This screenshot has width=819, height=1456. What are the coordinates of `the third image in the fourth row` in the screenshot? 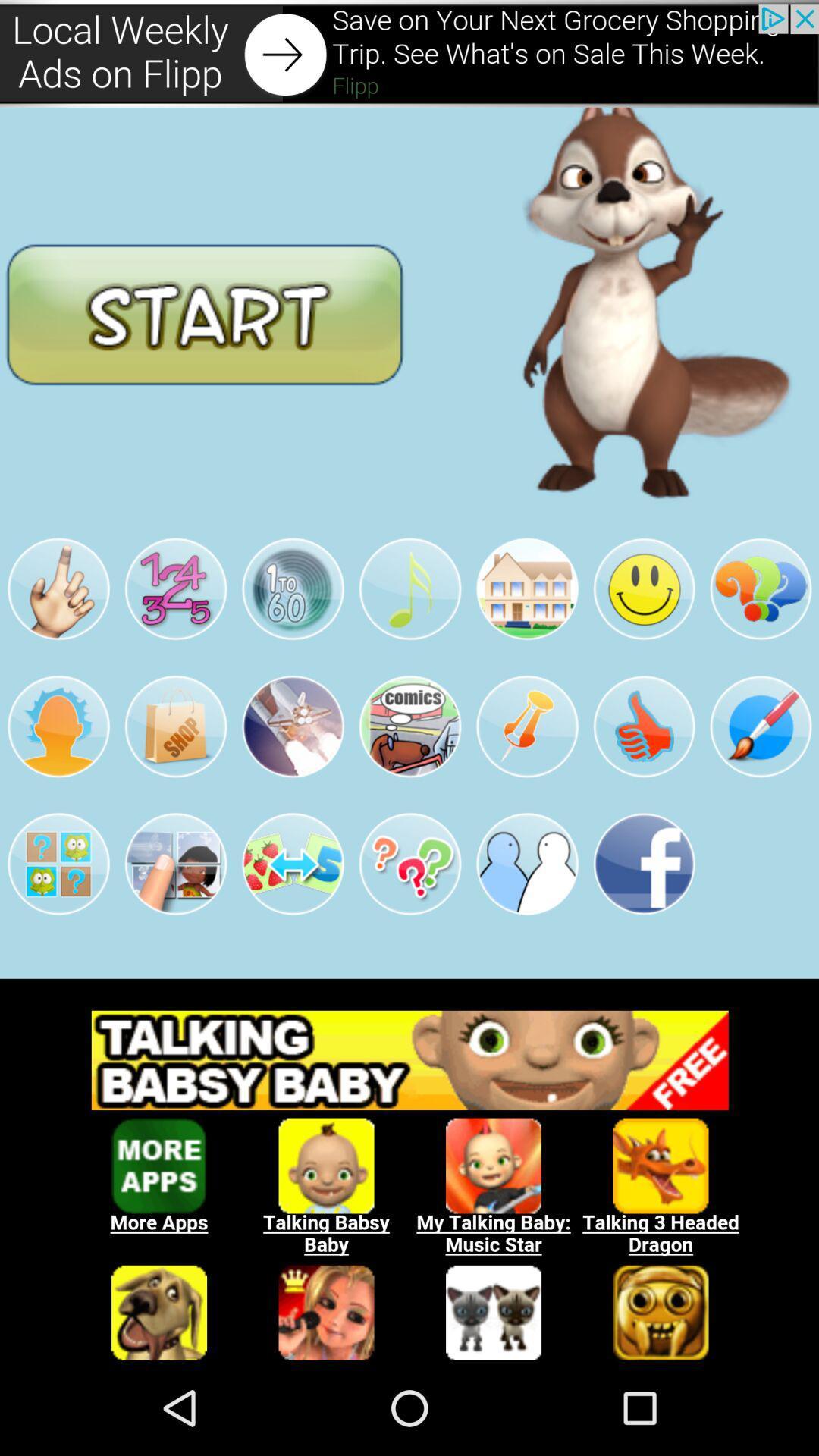 It's located at (293, 864).